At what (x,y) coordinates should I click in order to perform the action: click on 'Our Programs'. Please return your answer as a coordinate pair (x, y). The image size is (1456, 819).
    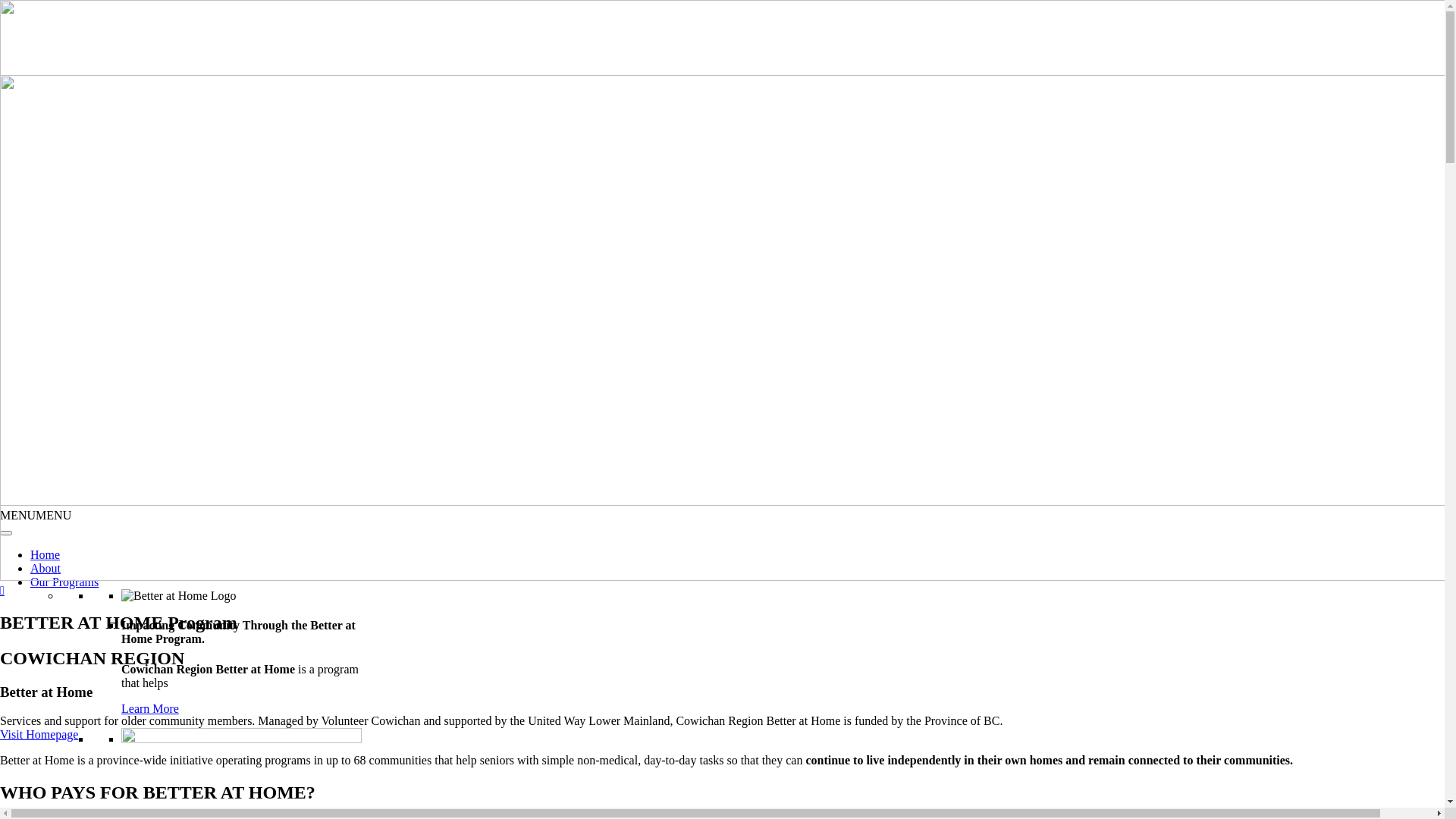
    Looking at the image, I should click on (64, 581).